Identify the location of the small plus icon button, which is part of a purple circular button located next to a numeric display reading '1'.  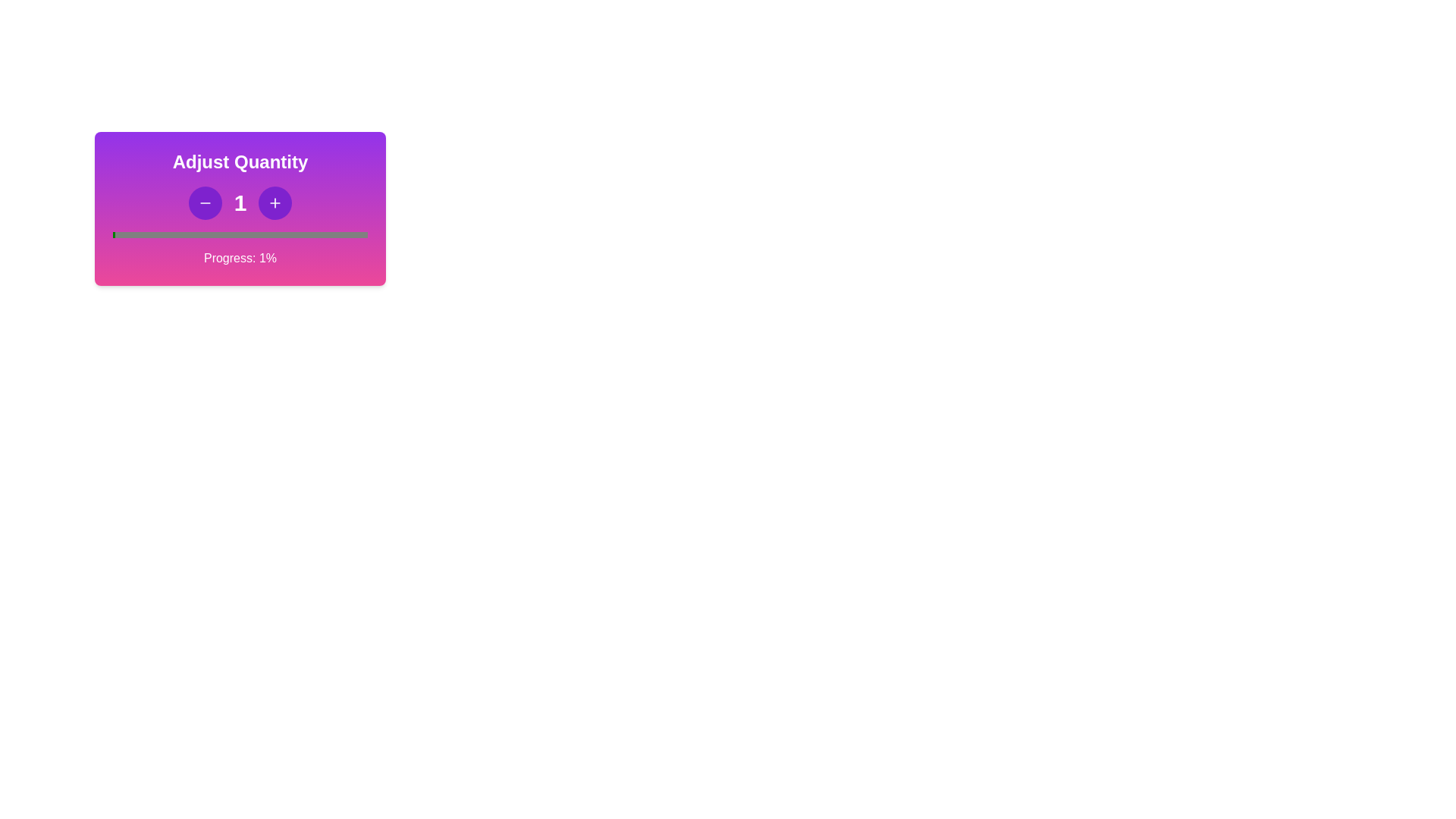
(275, 202).